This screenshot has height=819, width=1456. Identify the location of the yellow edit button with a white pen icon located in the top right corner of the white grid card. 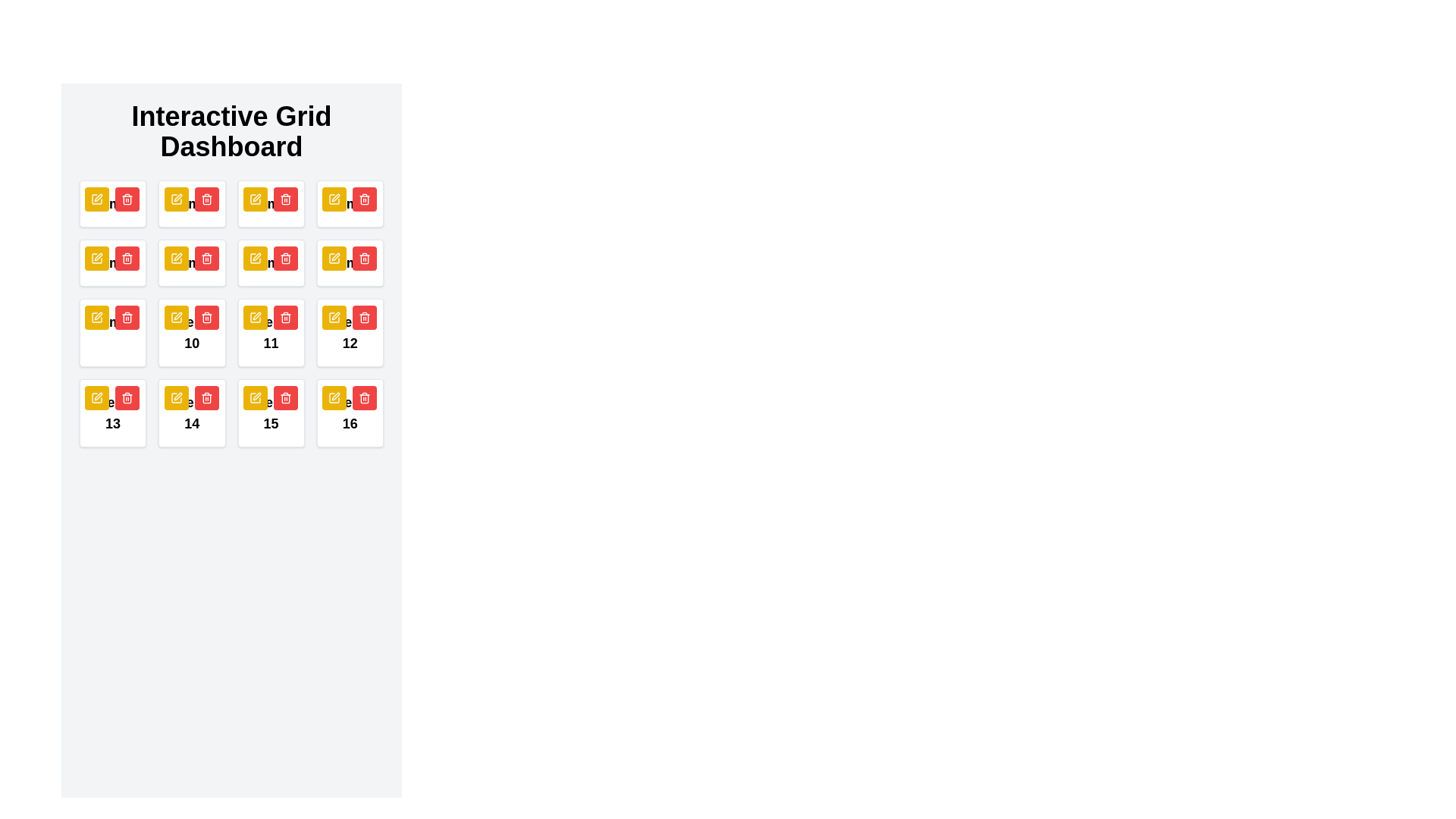
(255, 317).